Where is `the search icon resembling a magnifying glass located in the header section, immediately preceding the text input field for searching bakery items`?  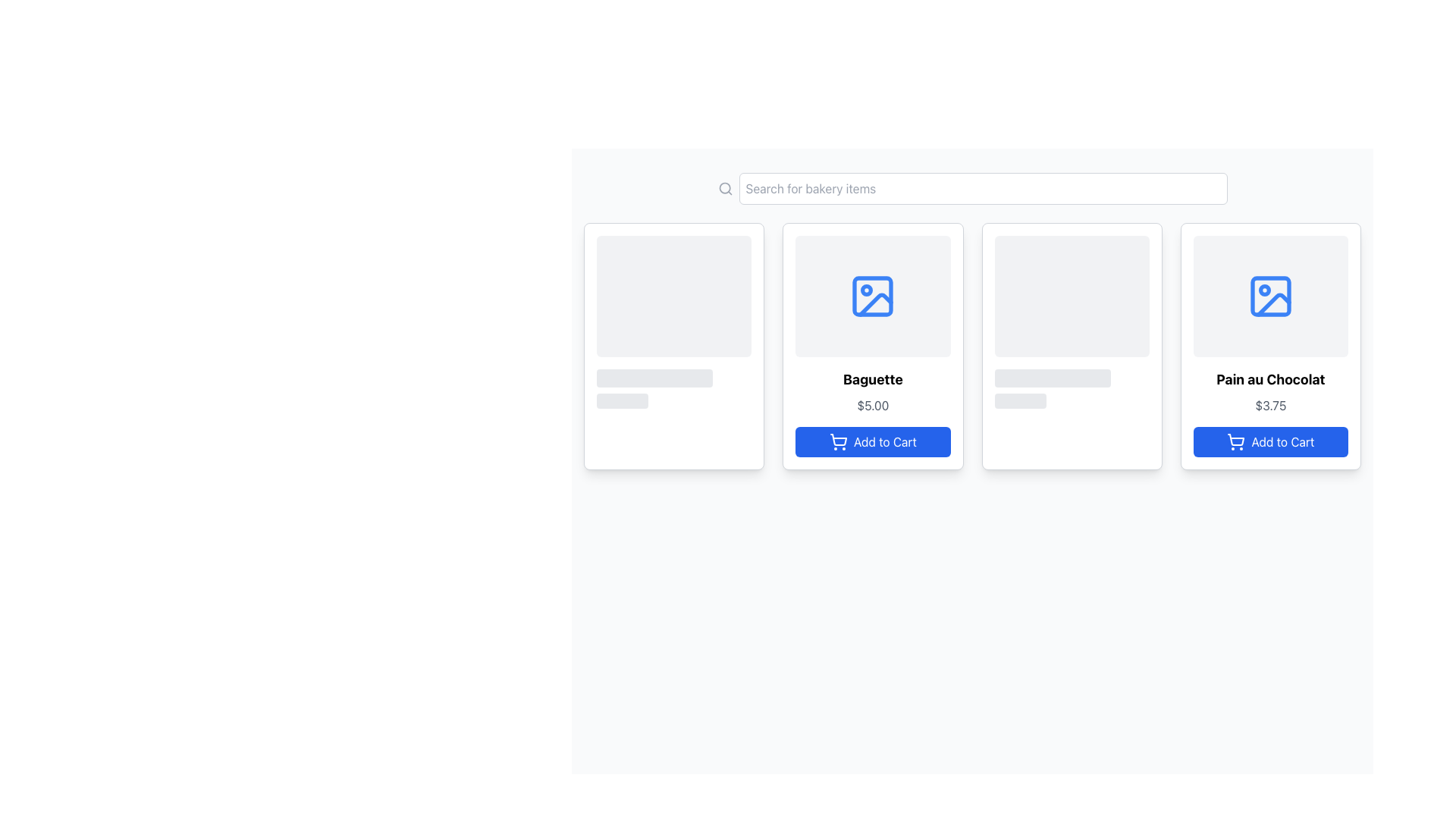
the search icon resembling a magnifying glass located in the header section, immediately preceding the text input field for searching bakery items is located at coordinates (724, 188).